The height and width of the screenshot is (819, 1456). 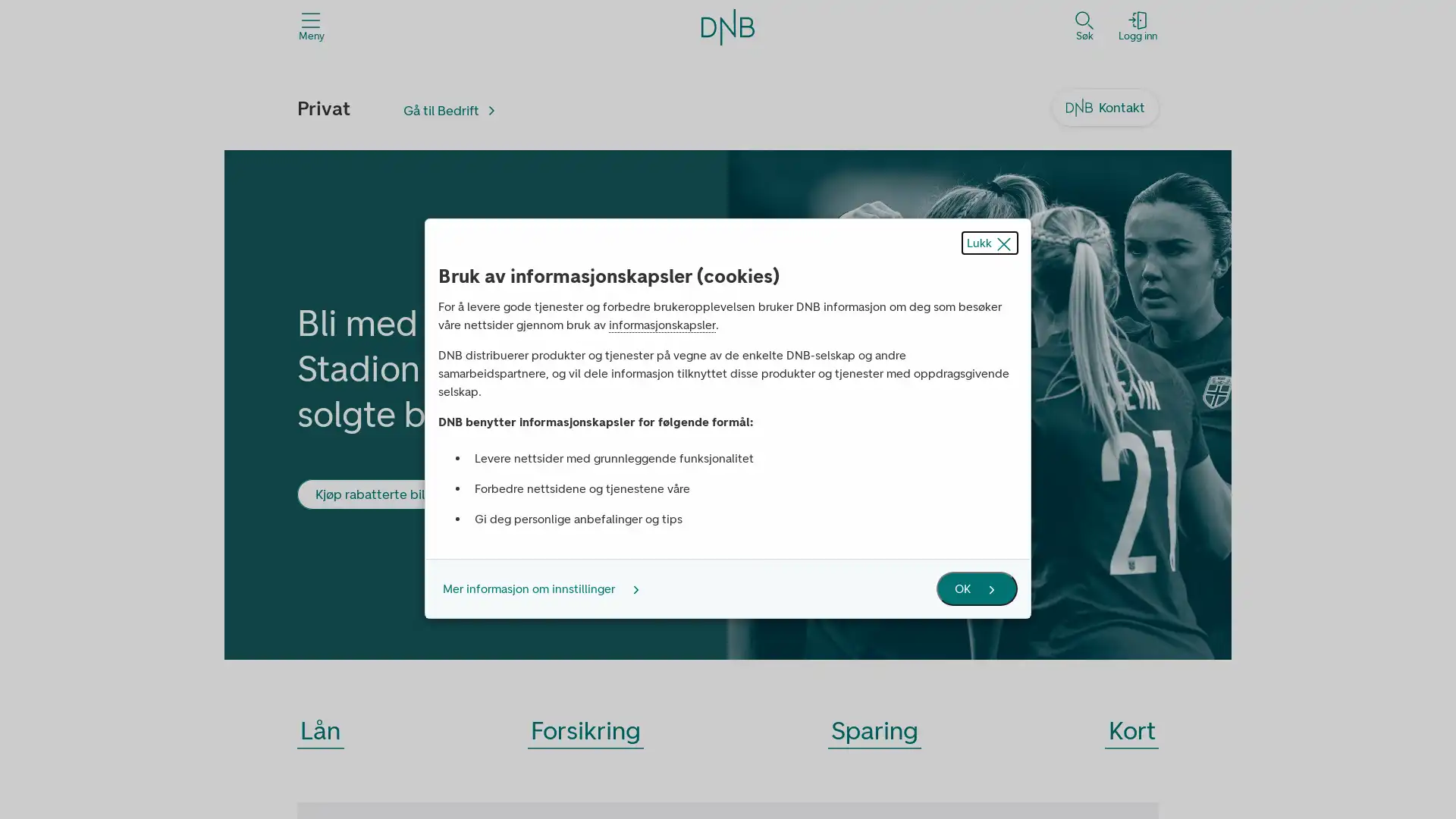 I want to click on Kontakt, so click(x=1106, y=107).